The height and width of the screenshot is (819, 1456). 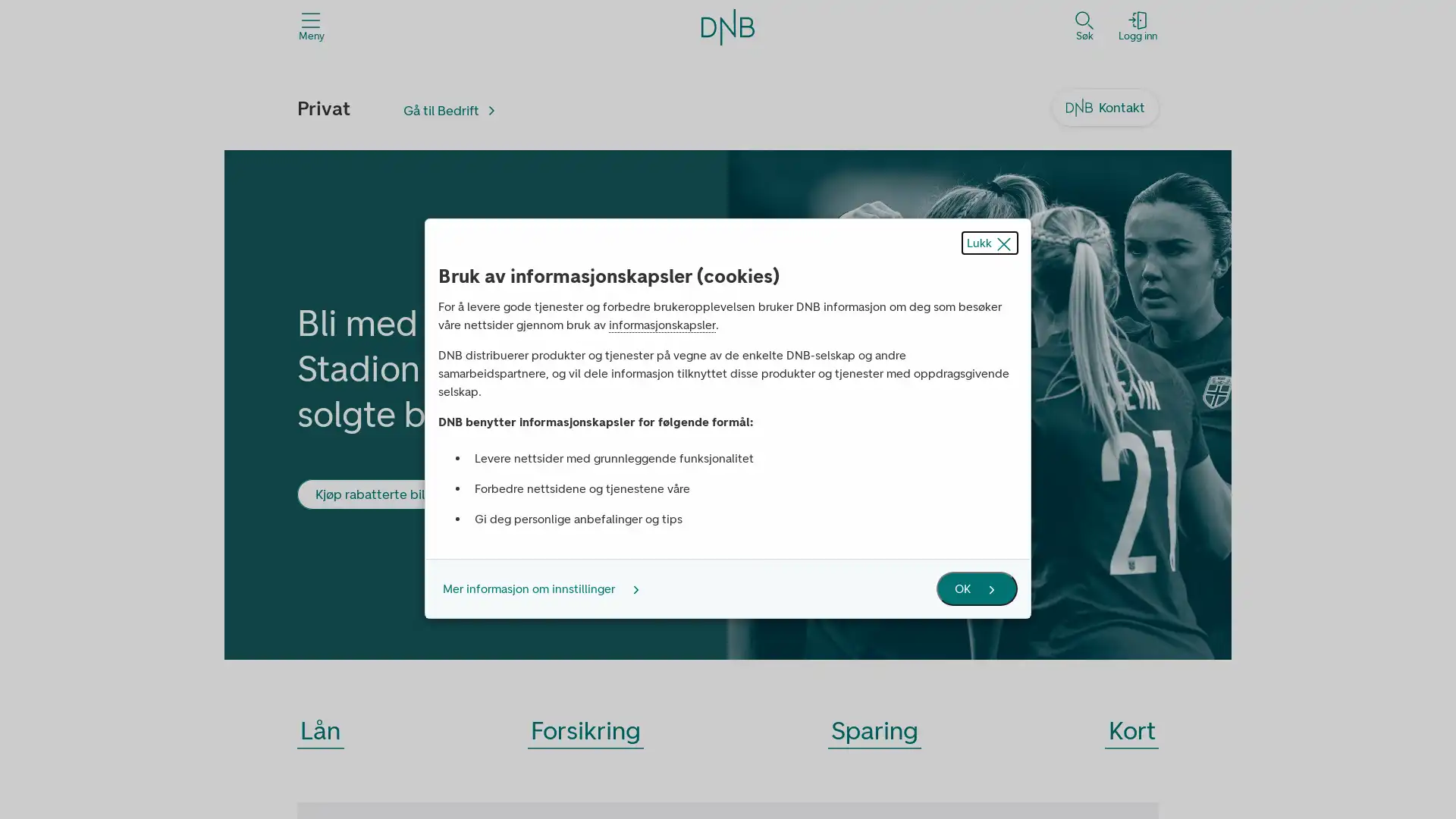 I want to click on Kontakt, so click(x=1106, y=107).